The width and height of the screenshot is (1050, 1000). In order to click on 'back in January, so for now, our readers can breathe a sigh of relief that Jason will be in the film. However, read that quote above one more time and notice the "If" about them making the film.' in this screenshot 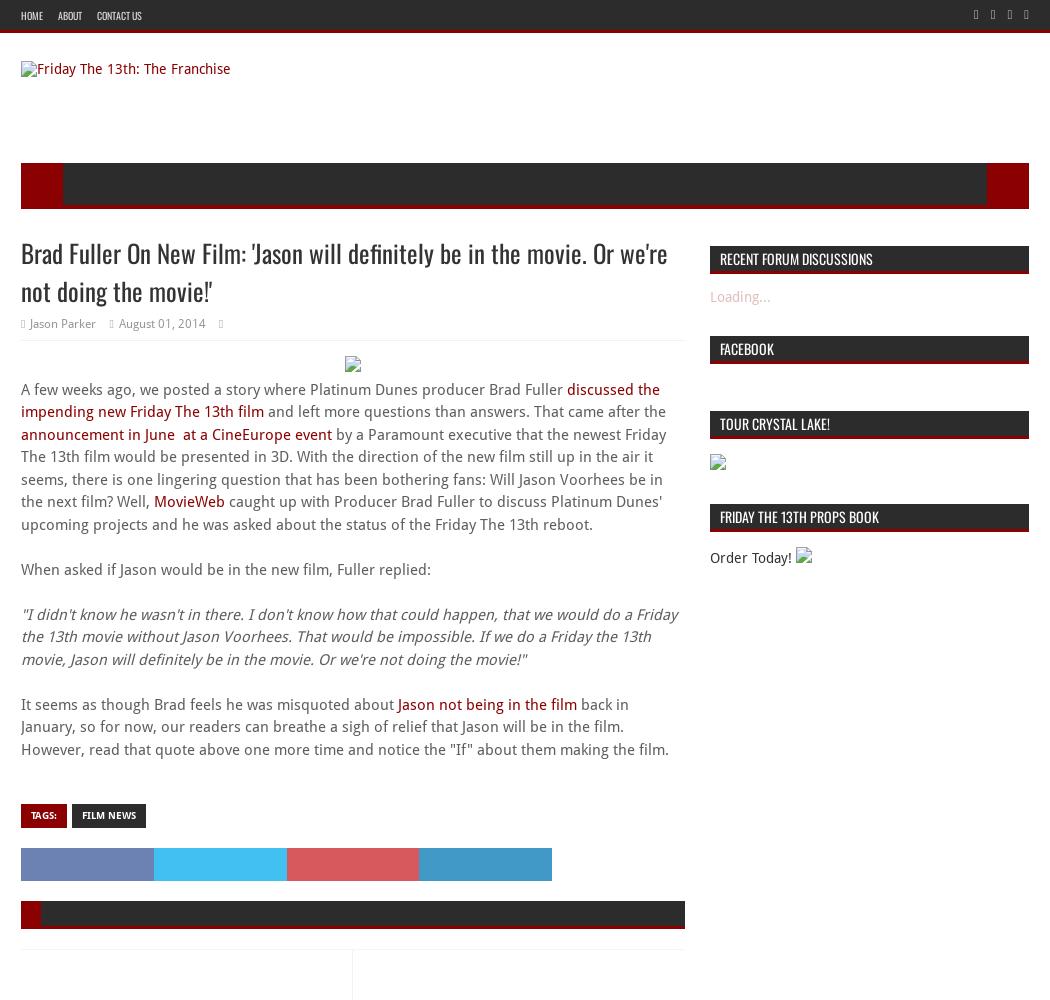, I will do `click(344, 725)`.